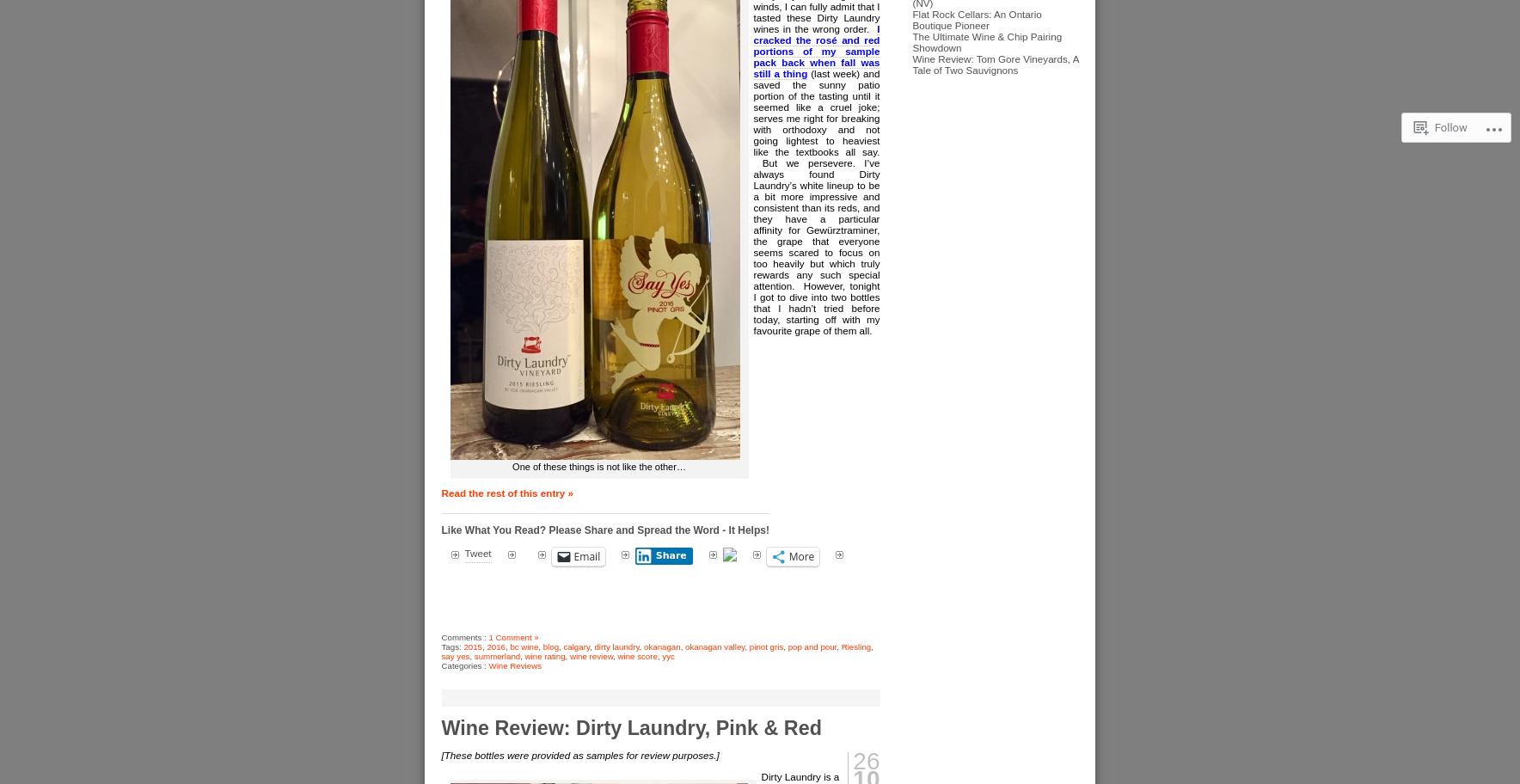 The height and width of the screenshot is (784, 1520). What do you see at coordinates (591, 656) in the screenshot?
I see `'wine review'` at bounding box center [591, 656].